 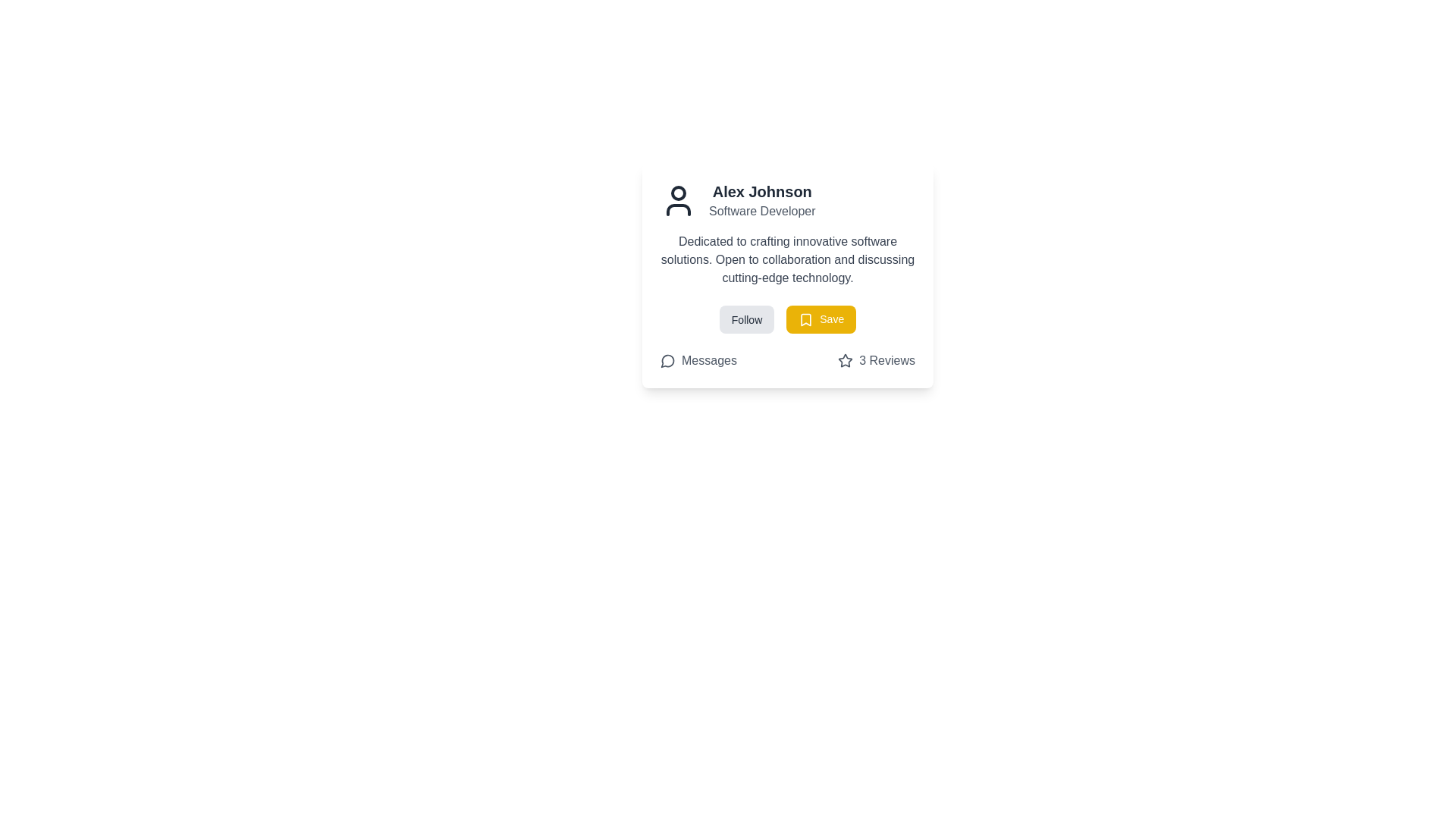 I want to click on the text label displaying the name 'Alex Johnson' for accessibility tools, located at the top of the profile card, so click(x=762, y=191).